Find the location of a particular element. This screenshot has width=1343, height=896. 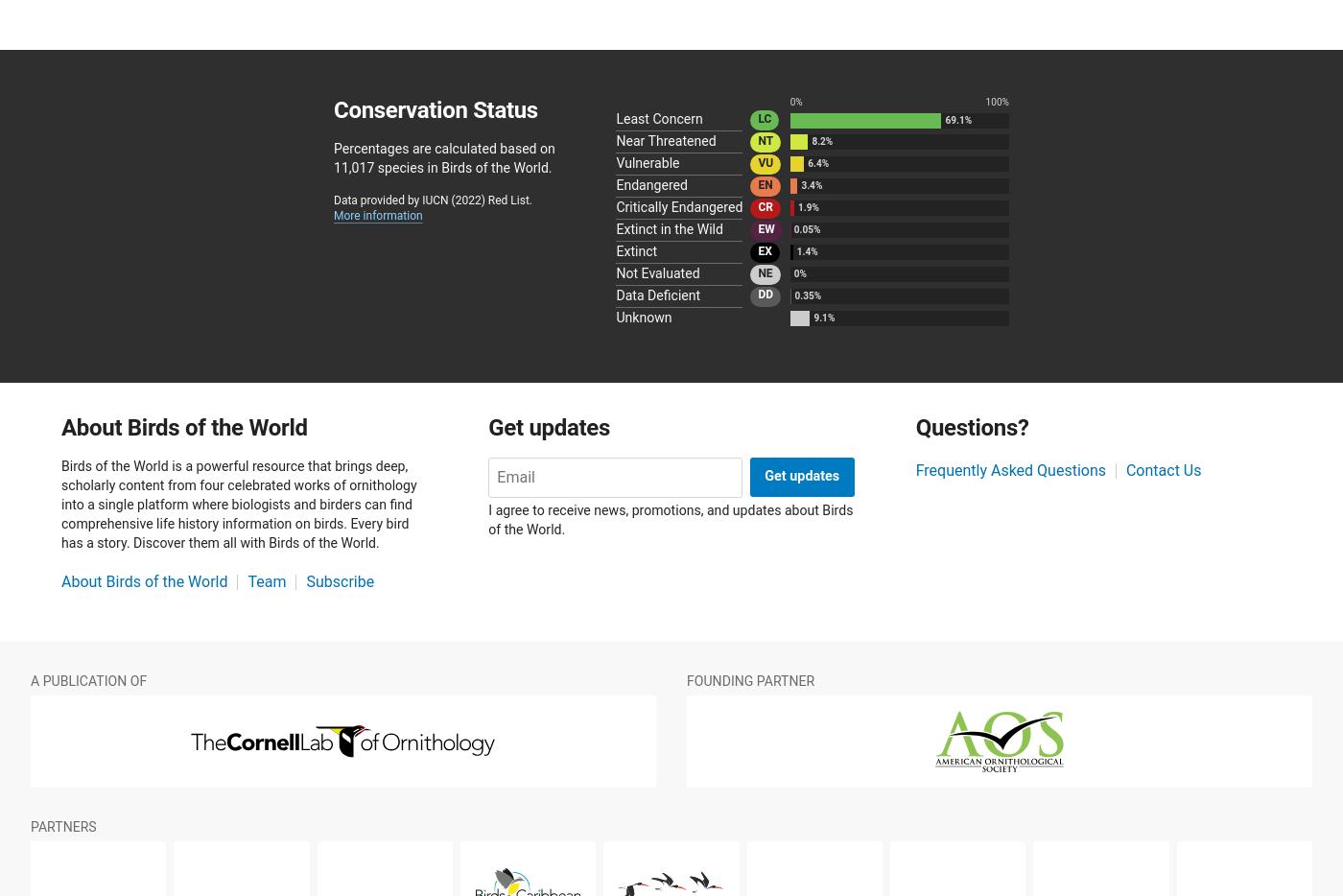

'8.2%' is located at coordinates (821, 141).